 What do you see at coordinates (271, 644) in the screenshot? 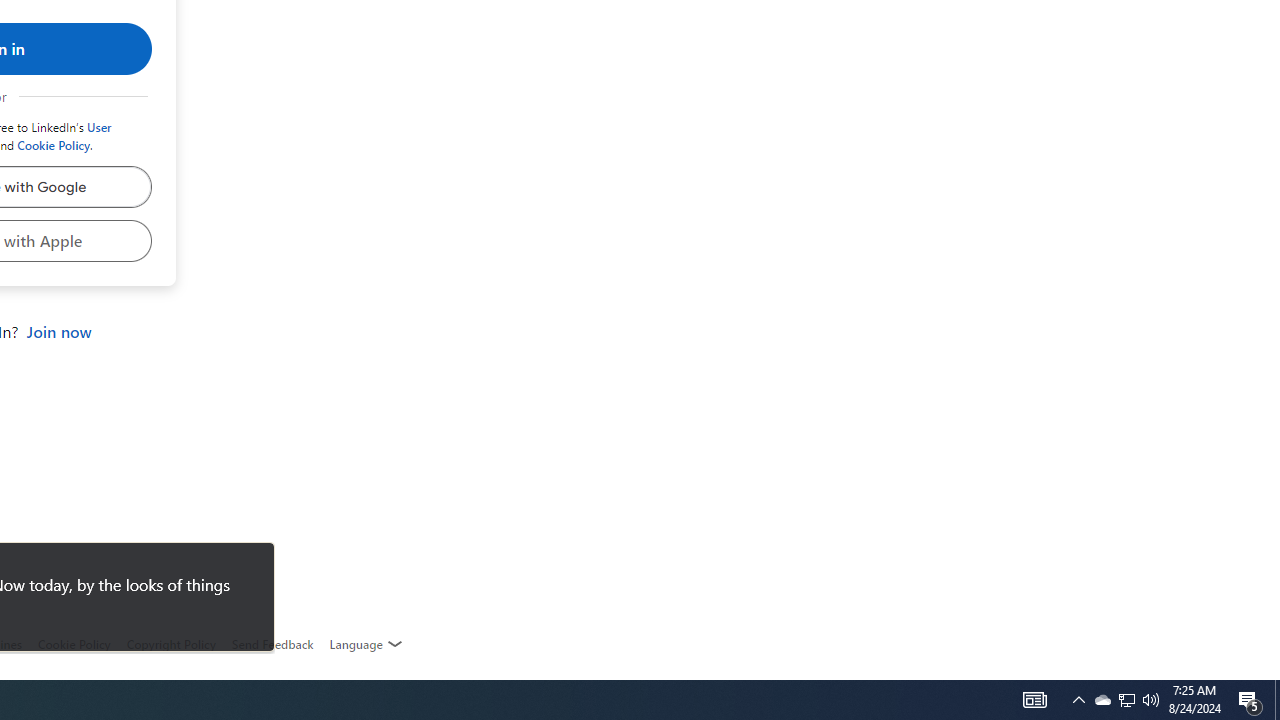
I see `'Send Feedback'` at bounding box center [271, 644].